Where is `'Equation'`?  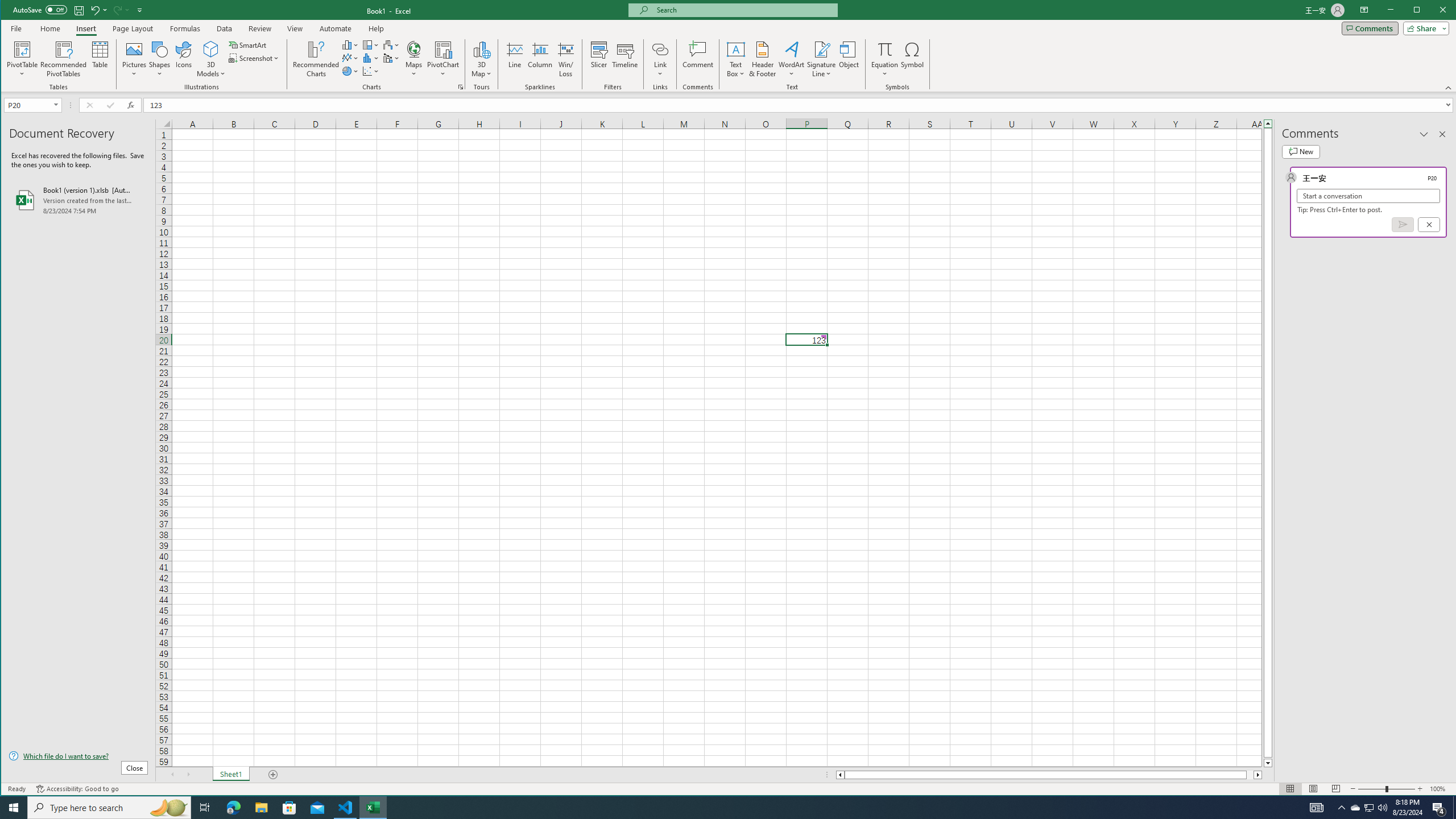 'Equation' is located at coordinates (885, 59).